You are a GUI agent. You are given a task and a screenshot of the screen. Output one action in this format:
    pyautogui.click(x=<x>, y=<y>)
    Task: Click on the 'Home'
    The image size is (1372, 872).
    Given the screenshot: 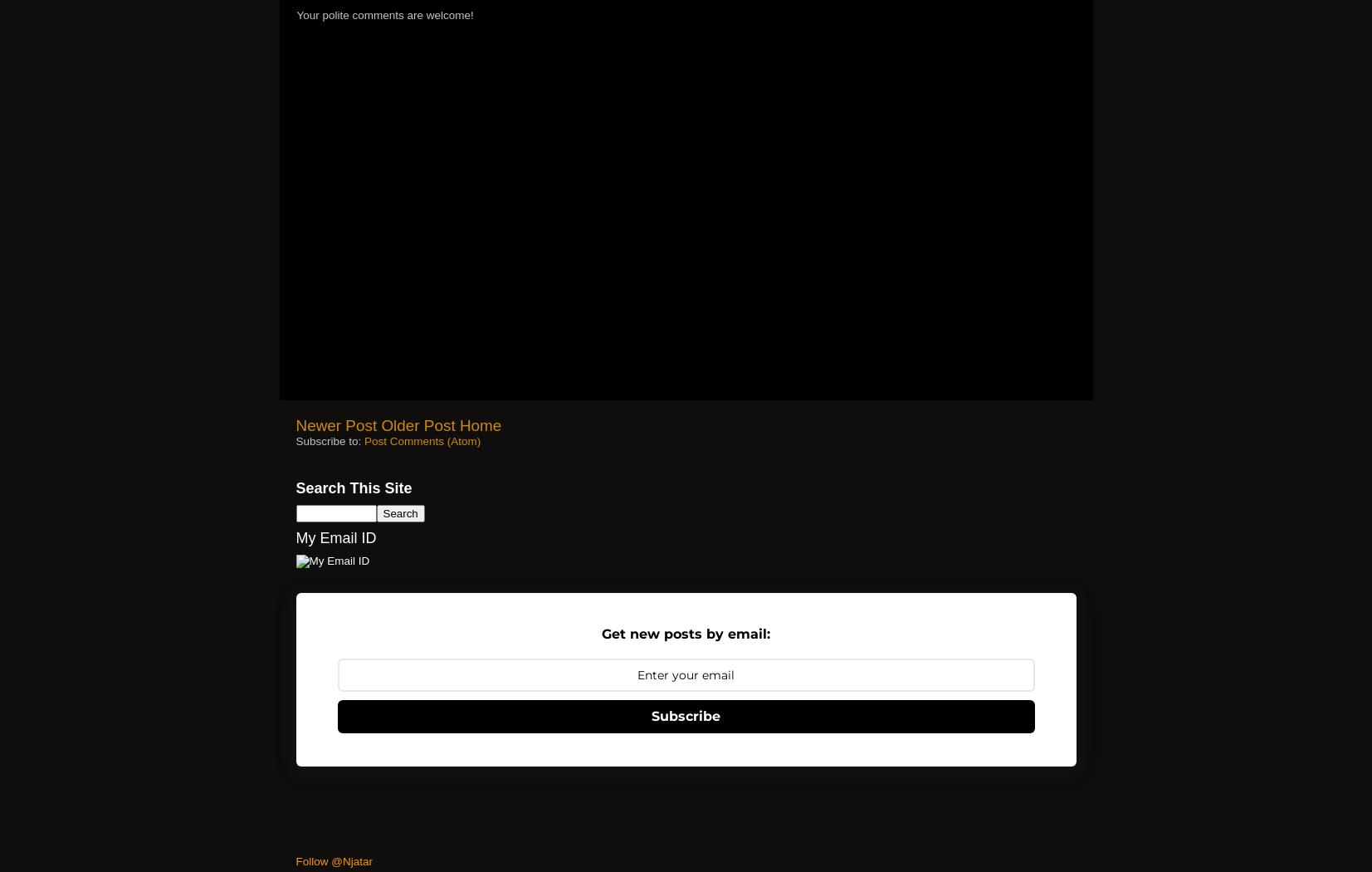 What is the action you would take?
    pyautogui.click(x=457, y=424)
    